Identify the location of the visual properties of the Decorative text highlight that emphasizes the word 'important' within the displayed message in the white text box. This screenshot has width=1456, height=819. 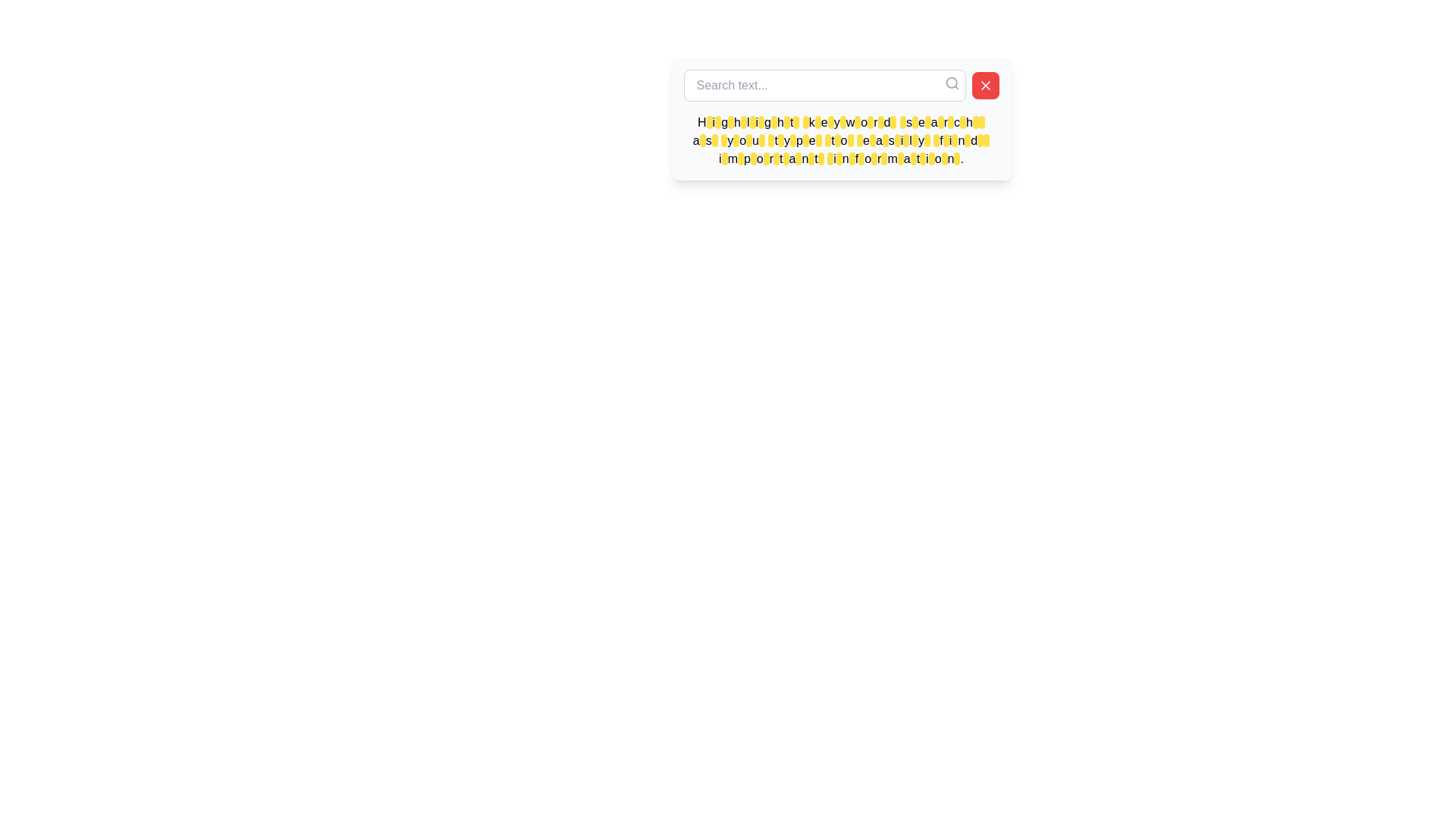
(861, 158).